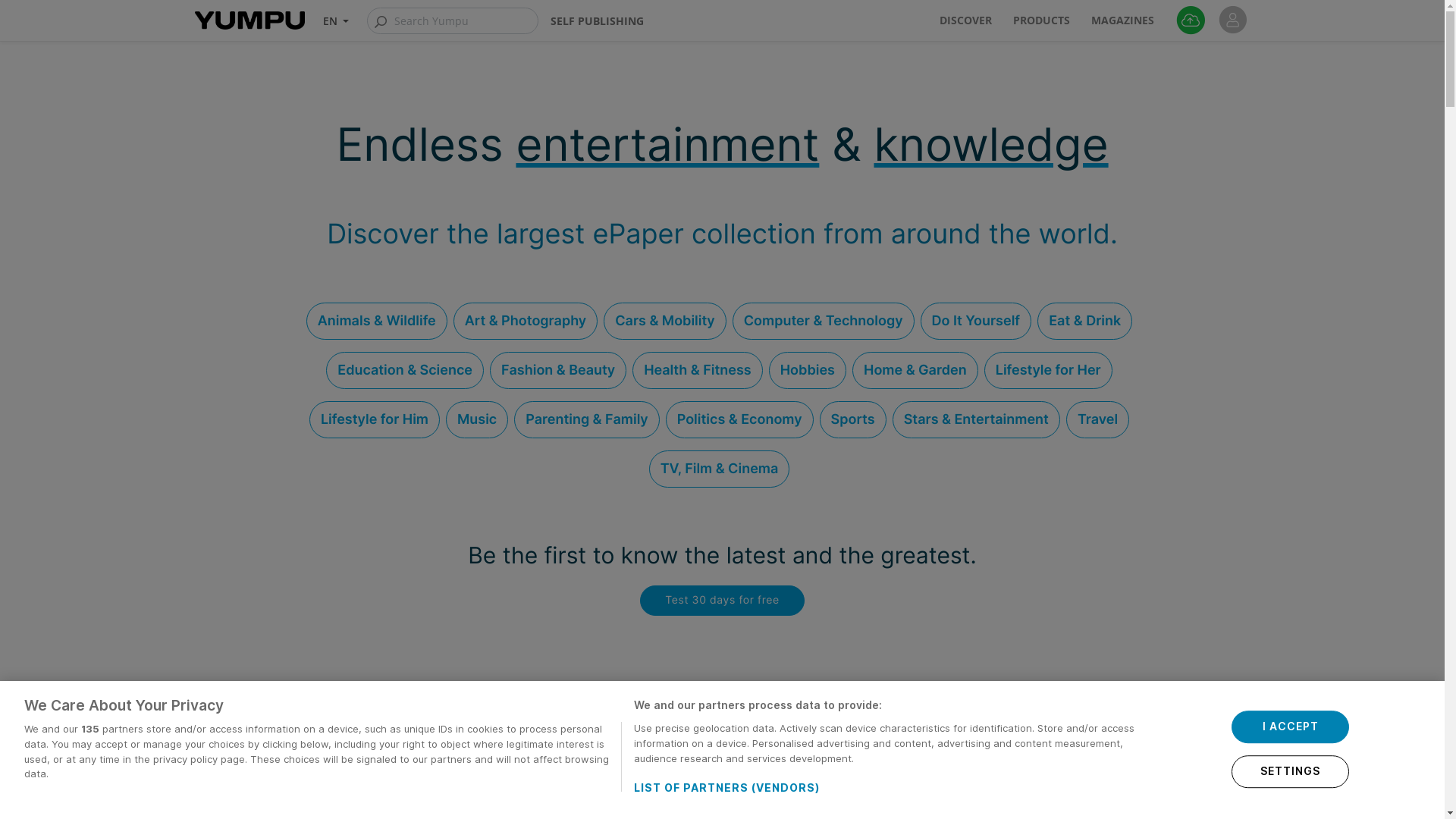 This screenshot has height=819, width=1456. I want to click on 'Education & Science', so click(404, 370).